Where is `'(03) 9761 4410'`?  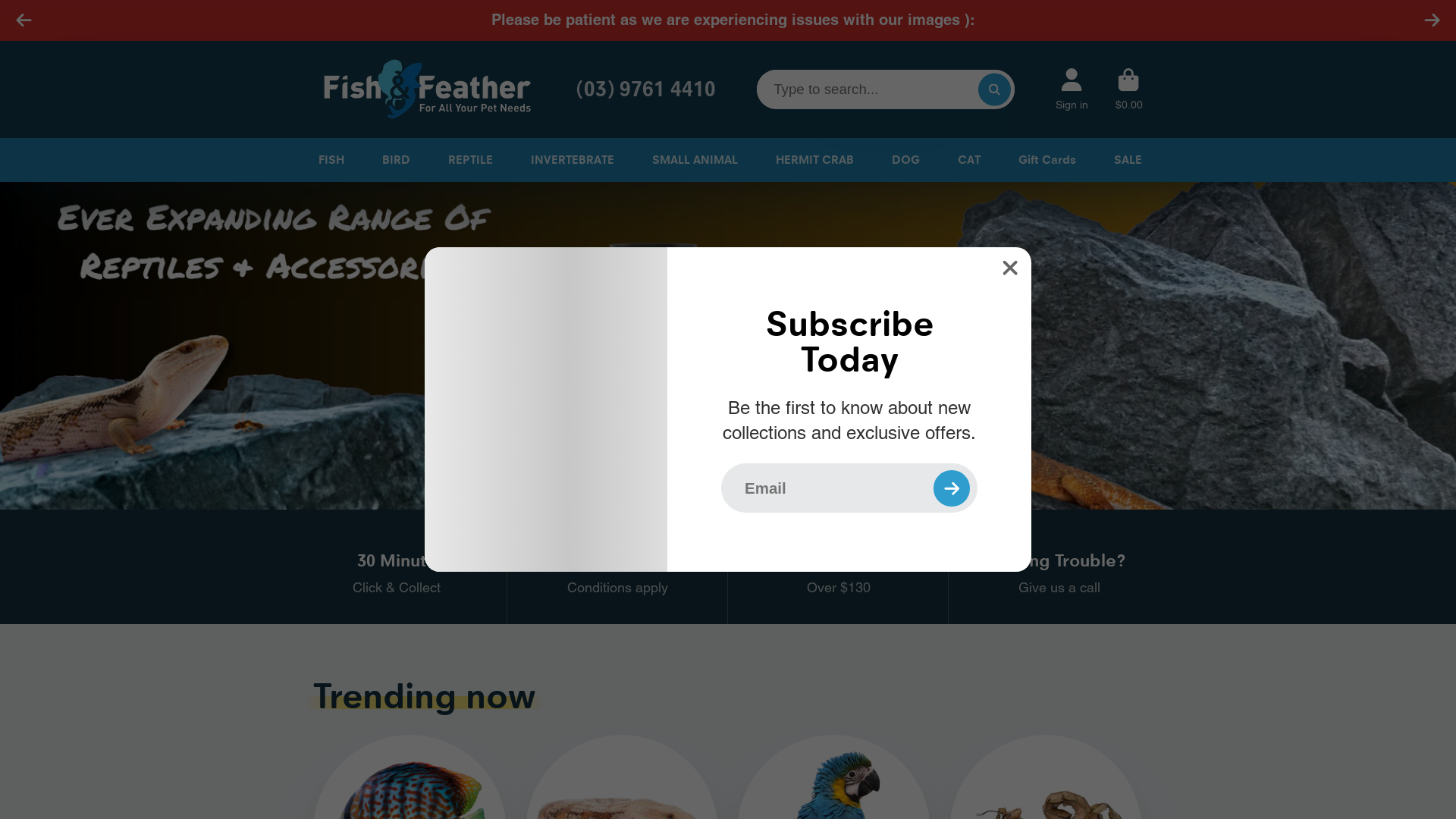 '(03) 9761 4410' is located at coordinates (566, 89).